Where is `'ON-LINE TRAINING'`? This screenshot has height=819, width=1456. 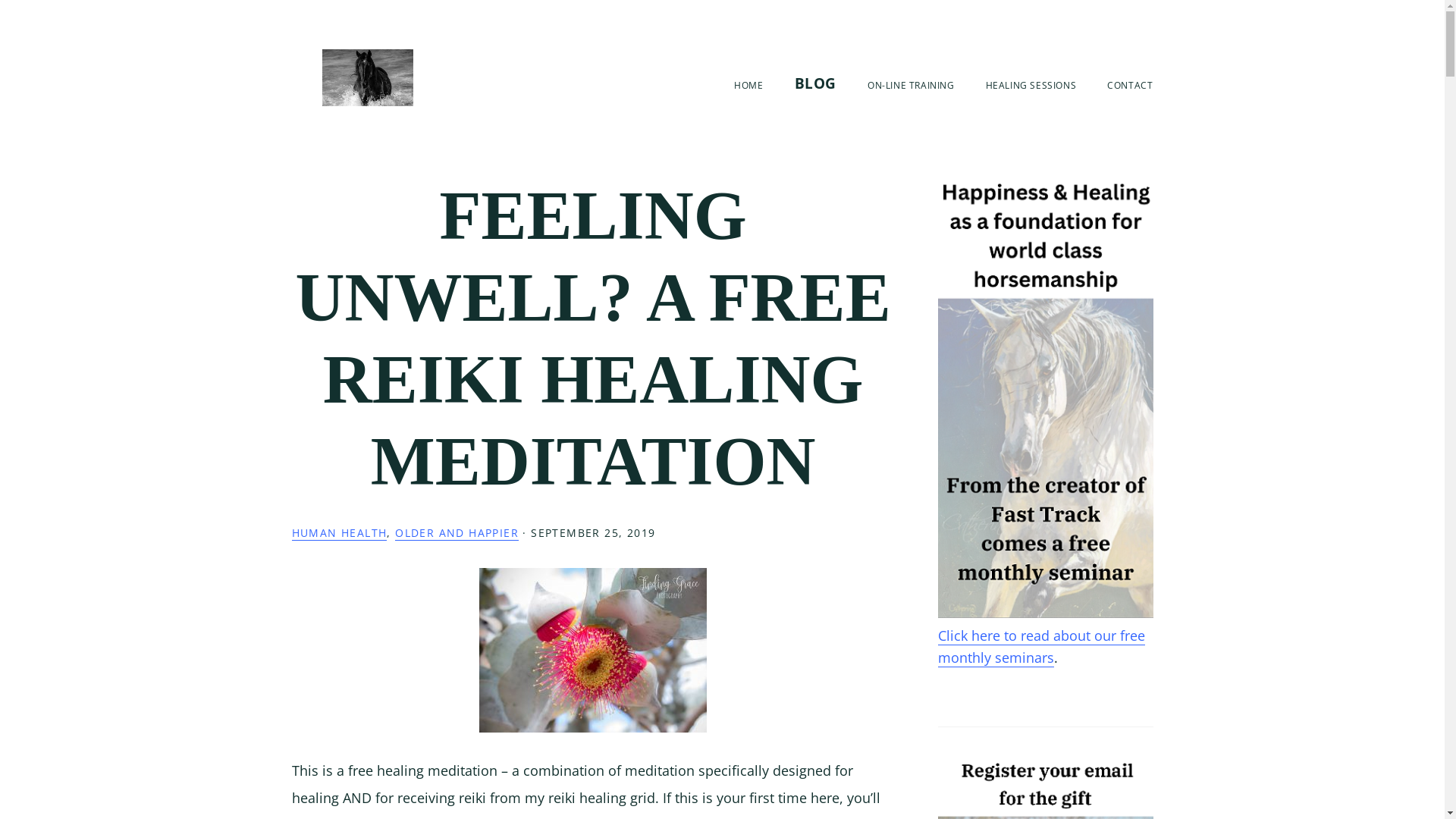 'ON-LINE TRAINING' is located at coordinates (910, 85).